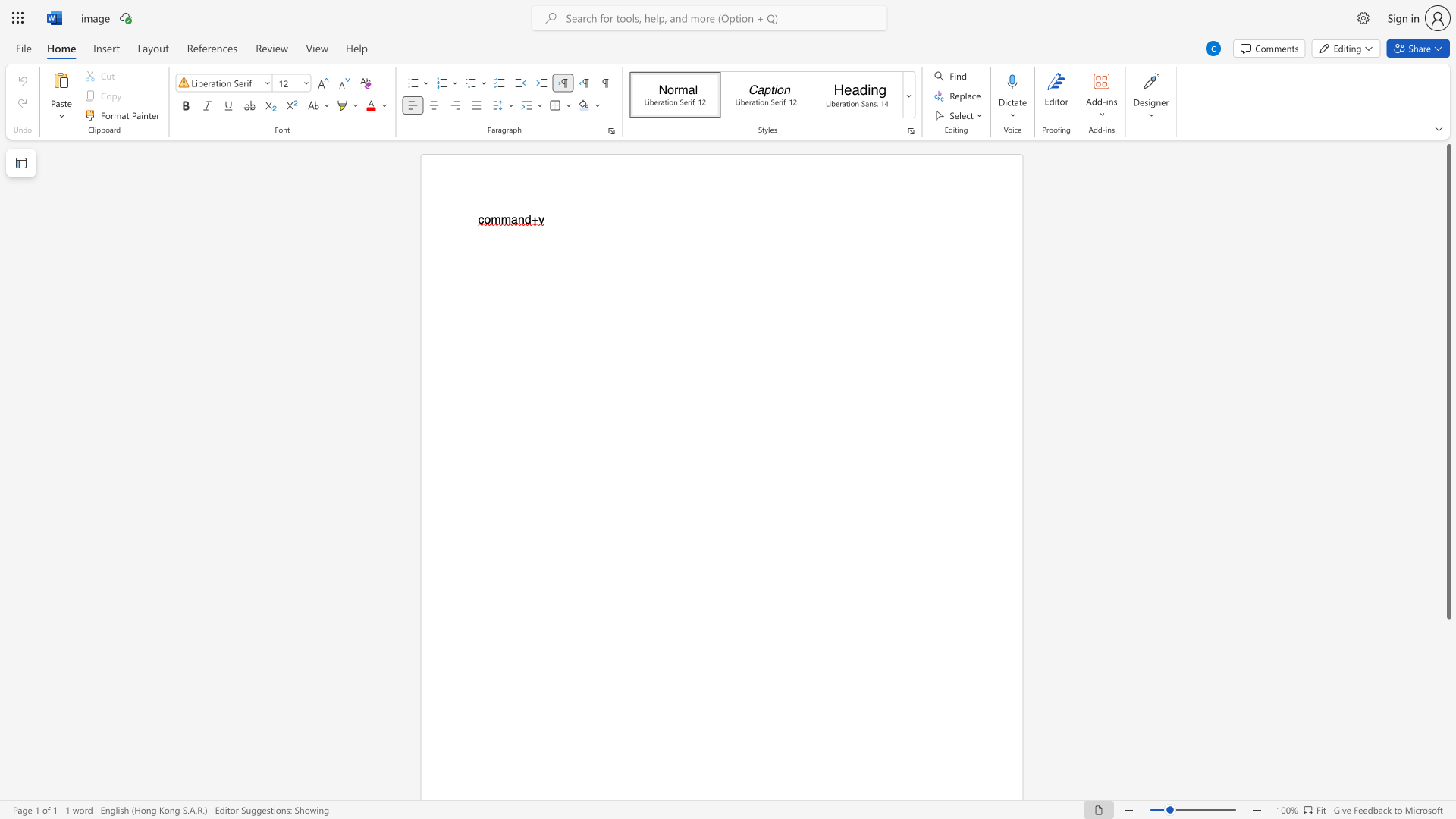  I want to click on the scrollbar to slide the page down, so click(1448, 734).